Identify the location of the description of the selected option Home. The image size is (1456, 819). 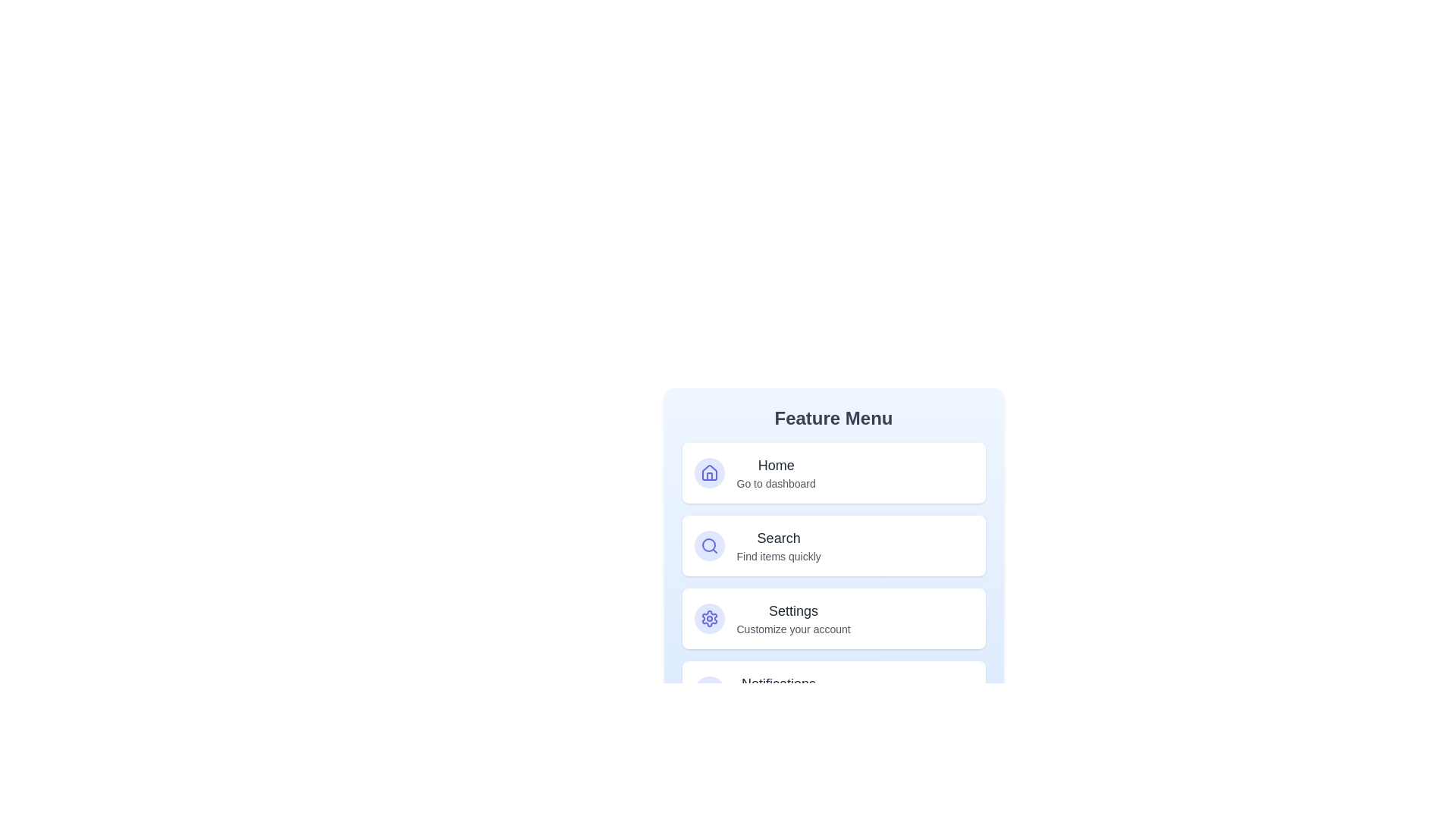
(775, 472).